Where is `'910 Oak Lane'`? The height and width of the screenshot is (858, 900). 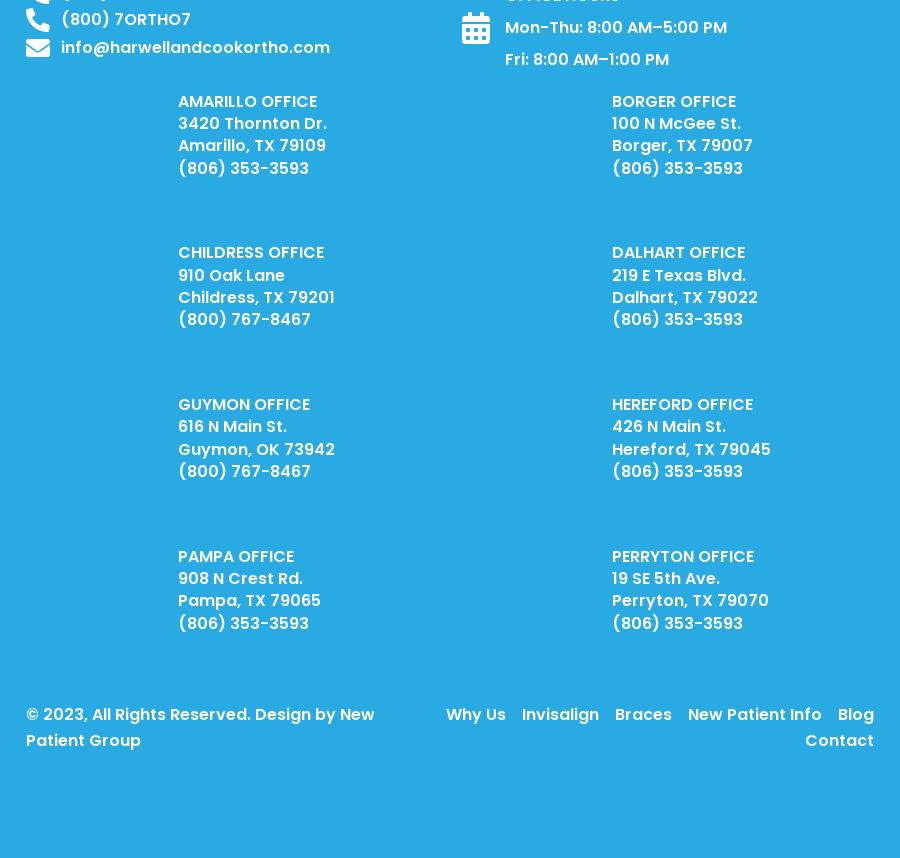
'910 Oak Lane' is located at coordinates (177, 274).